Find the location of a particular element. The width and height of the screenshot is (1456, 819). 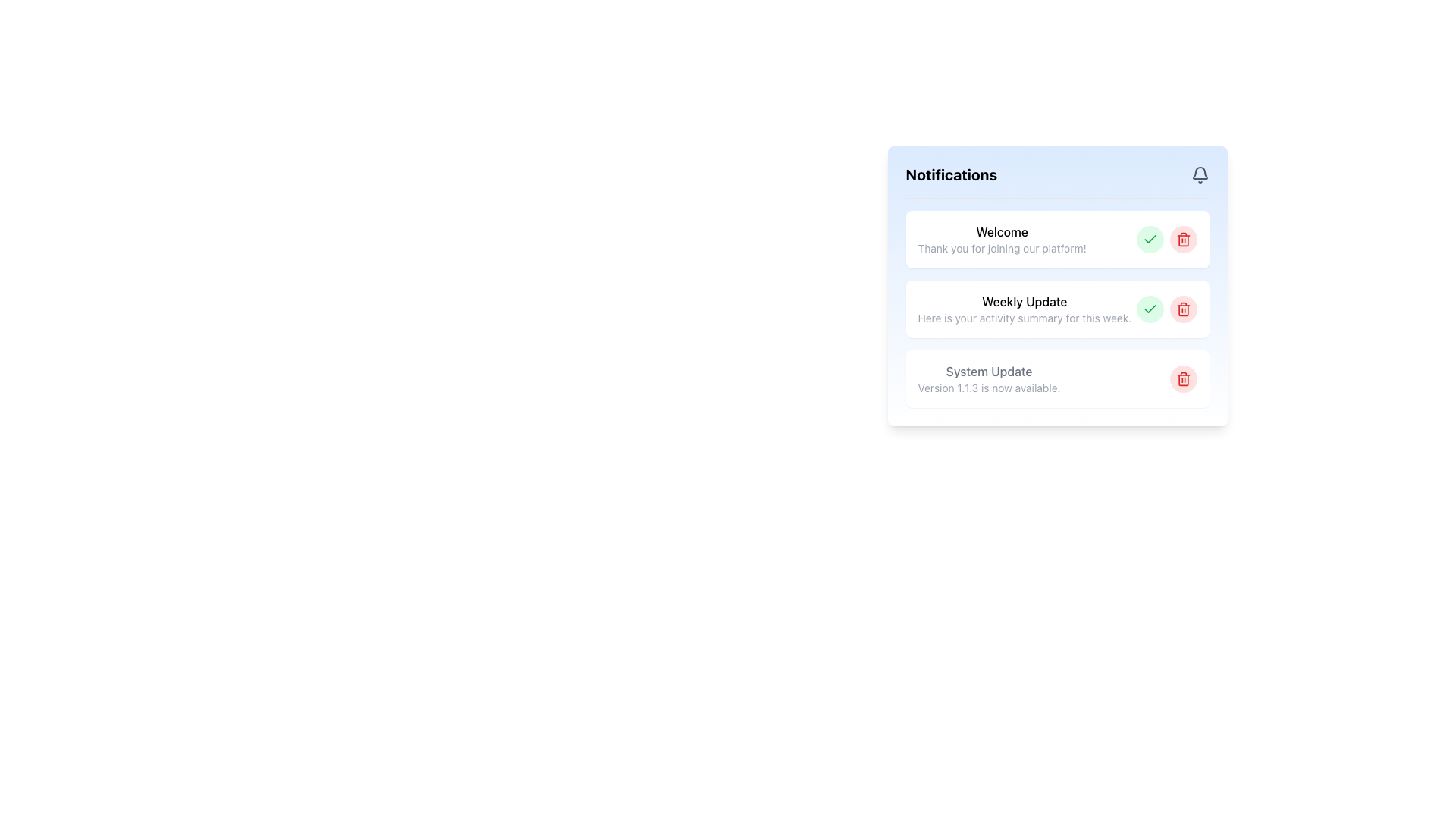

the delete icon located at the rightmost side of the notifications list is located at coordinates (1182, 379).